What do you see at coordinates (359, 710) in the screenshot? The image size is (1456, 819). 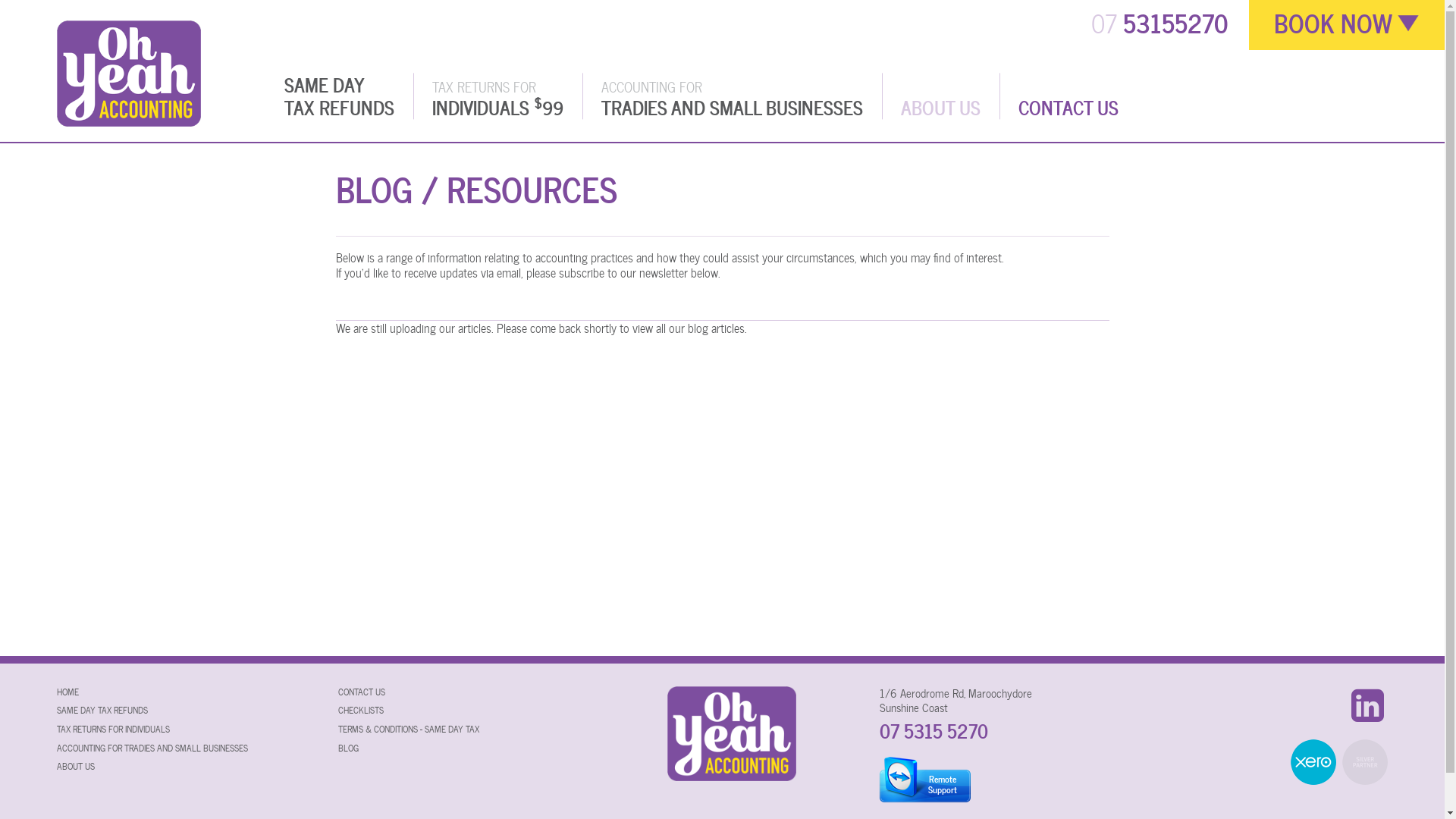 I see `'CHECKLISTS'` at bounding box center [359, 710].